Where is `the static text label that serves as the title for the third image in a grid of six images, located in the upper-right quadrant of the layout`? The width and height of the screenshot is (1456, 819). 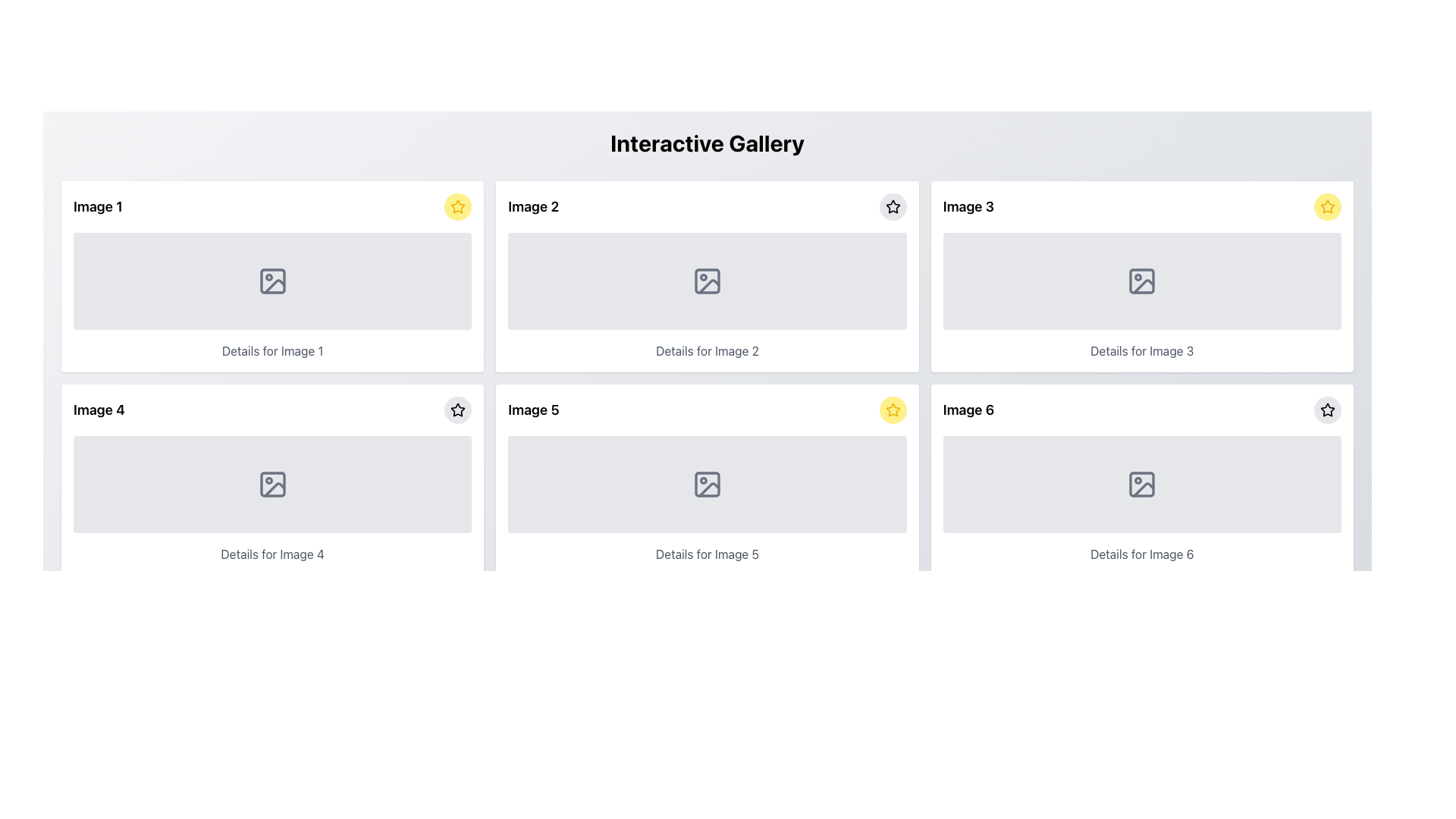 the static text label that serves as the title for the third image in a grid of six images, located in the upper-right quadrant of the layout is located at coordinates (968, 207).